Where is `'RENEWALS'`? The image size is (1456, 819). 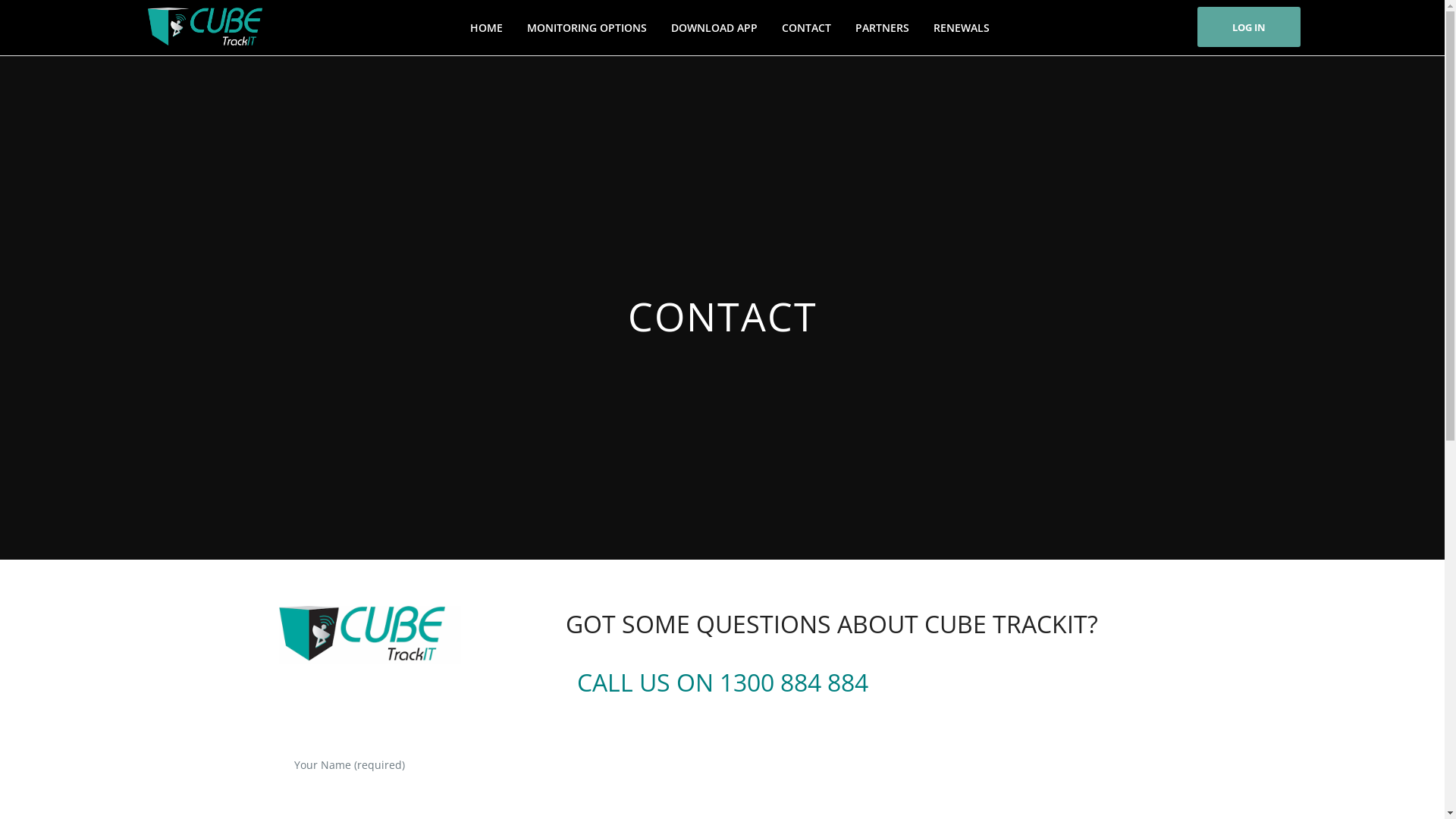
'RENEWALS' is located at coordinates (960, 27).